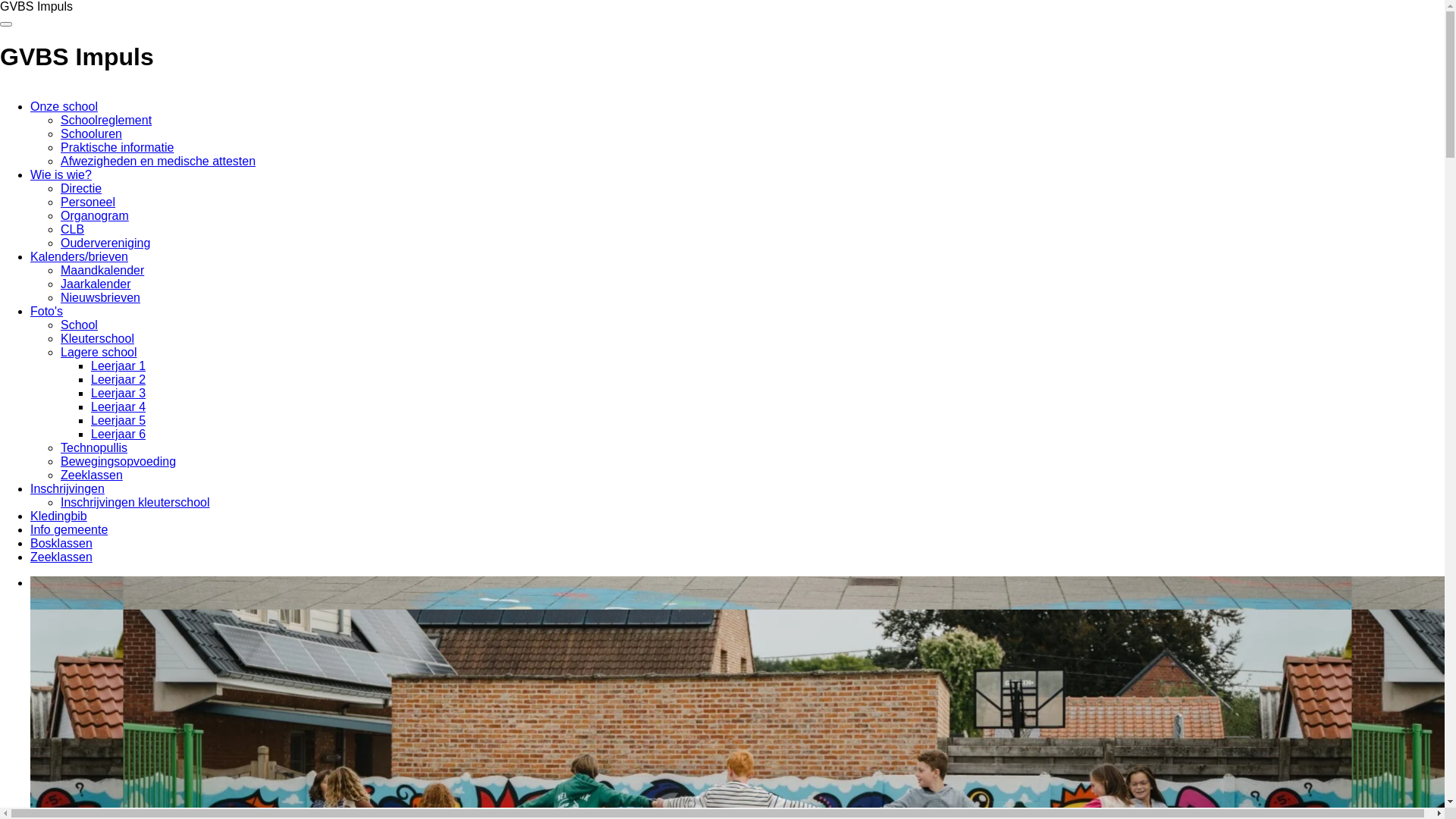  Describe the element at coordinates (90, 133) in the screenshot. I see `'Schooluren'` at that location.